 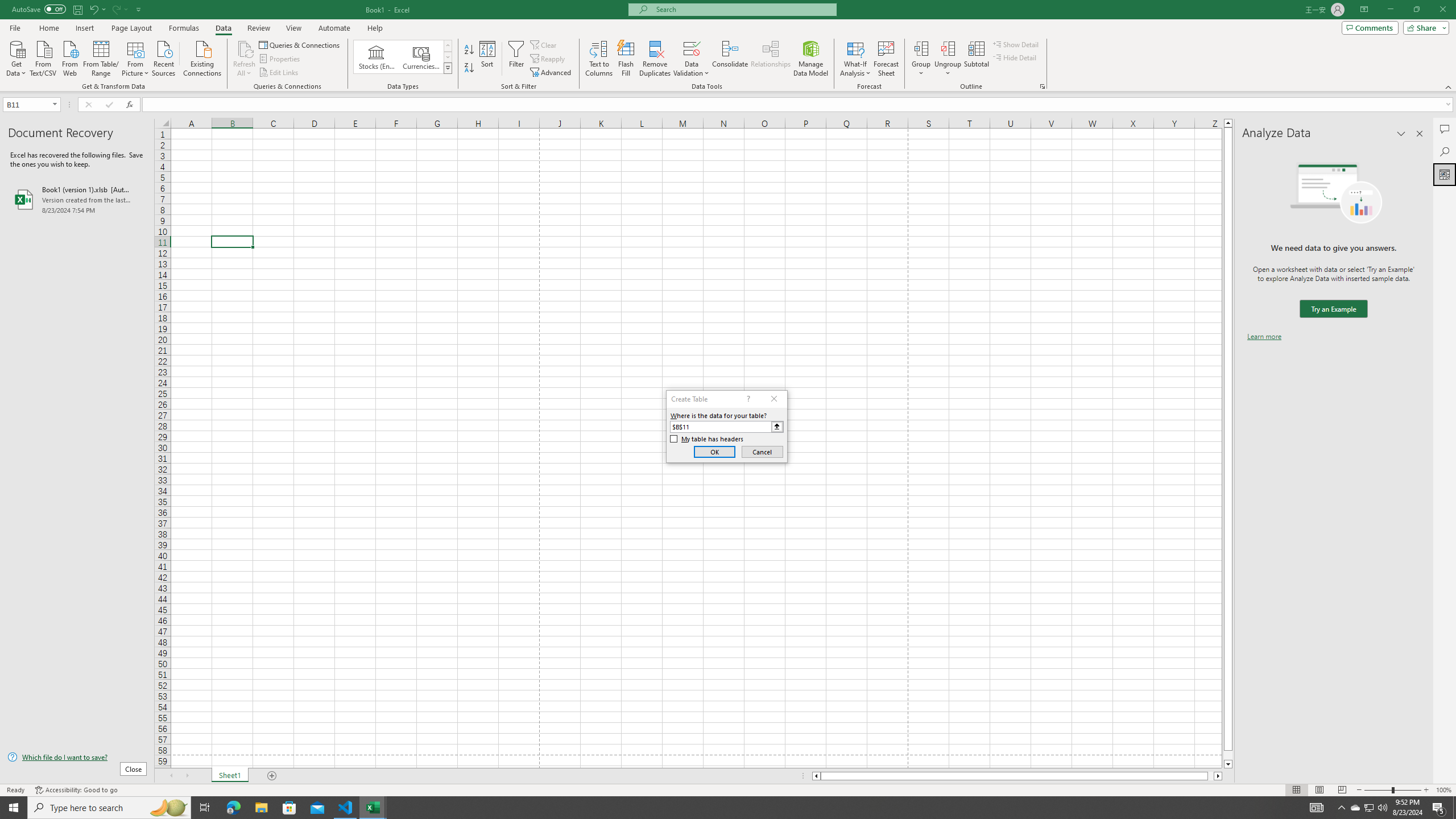 What do you see at coordinates (100, 57) in the screenshot?
I see `'From Table/Range'` at bounding box center [100, 57].